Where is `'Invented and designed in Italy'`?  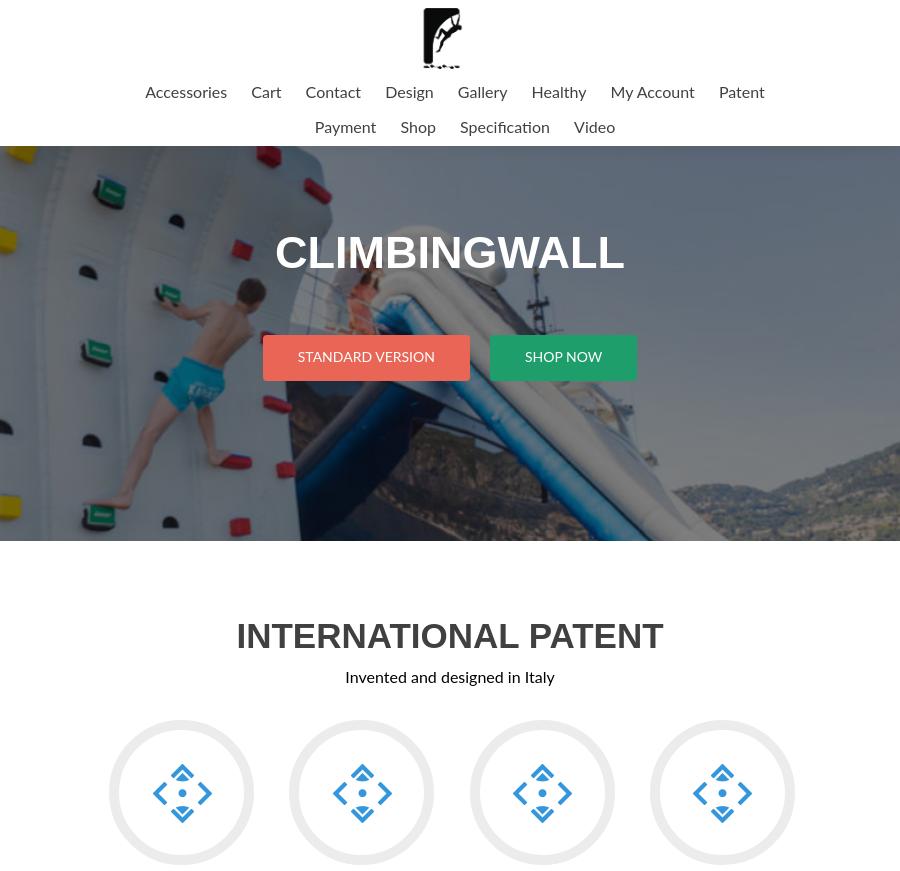
'Invented and designed in Italy' is located at coordinates (449, 676).